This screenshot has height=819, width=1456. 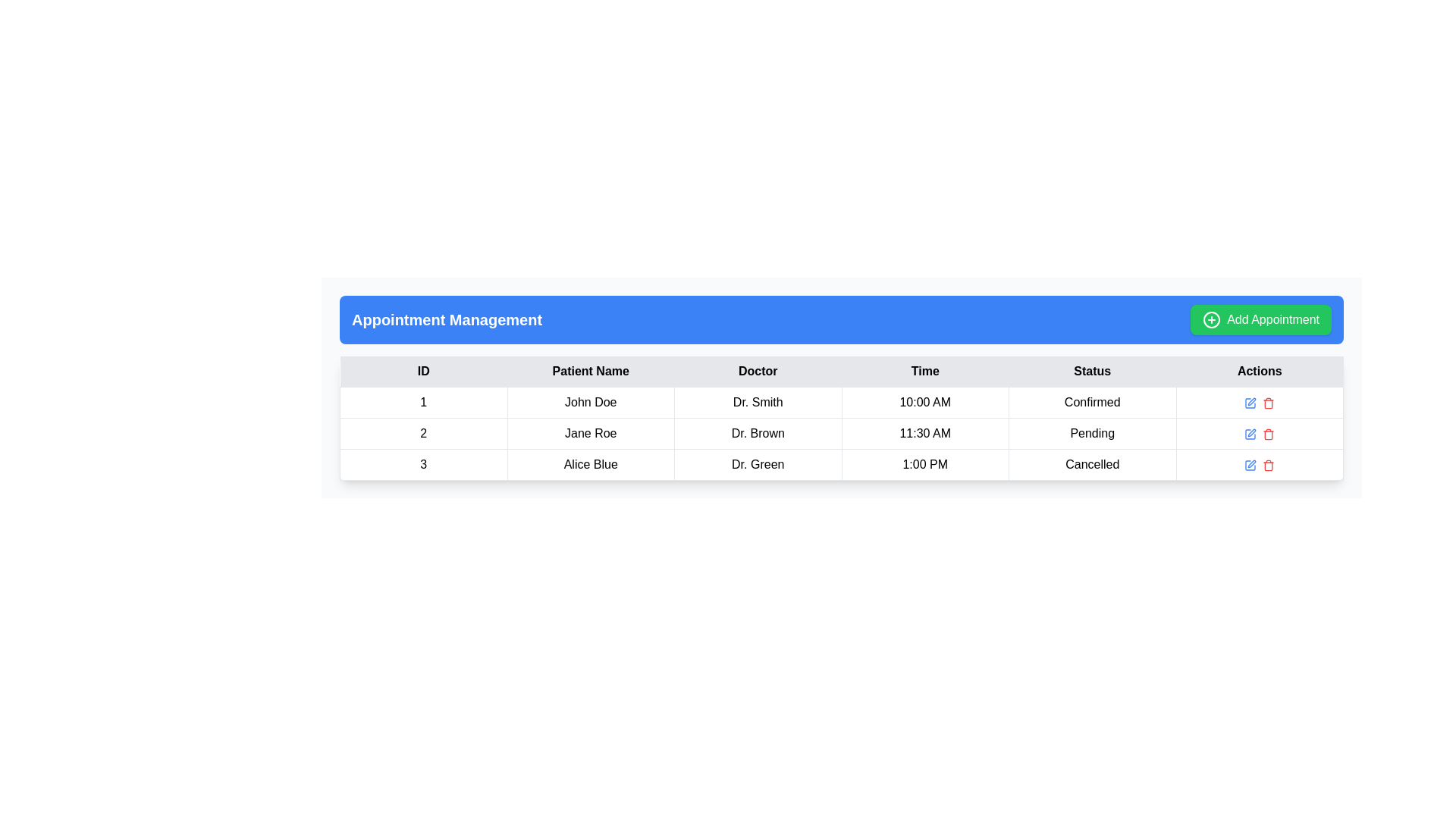 I want to click on the edit icon in the 'Actions' column of the table row where the 'Cancelled' status is displayed, so click(x=1250, y=464).